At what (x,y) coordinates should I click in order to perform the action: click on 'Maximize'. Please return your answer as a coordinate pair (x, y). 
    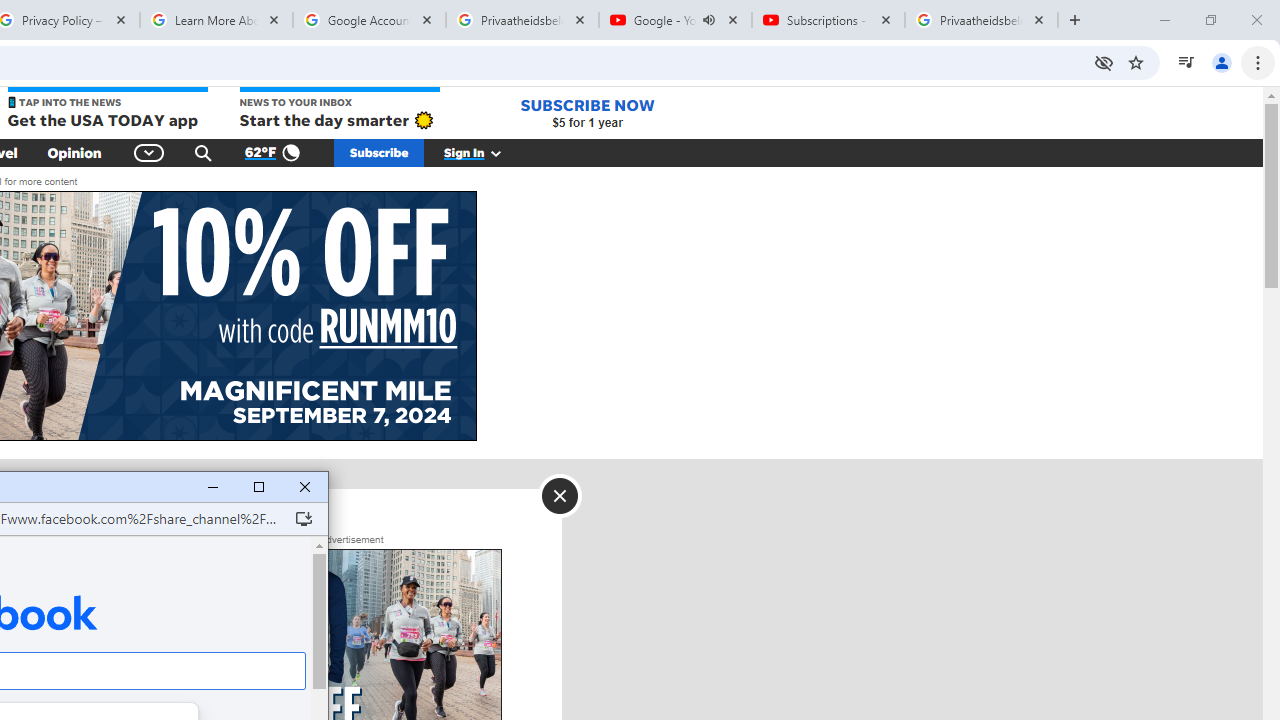
    Looking at the image, I should click on (257, 487).